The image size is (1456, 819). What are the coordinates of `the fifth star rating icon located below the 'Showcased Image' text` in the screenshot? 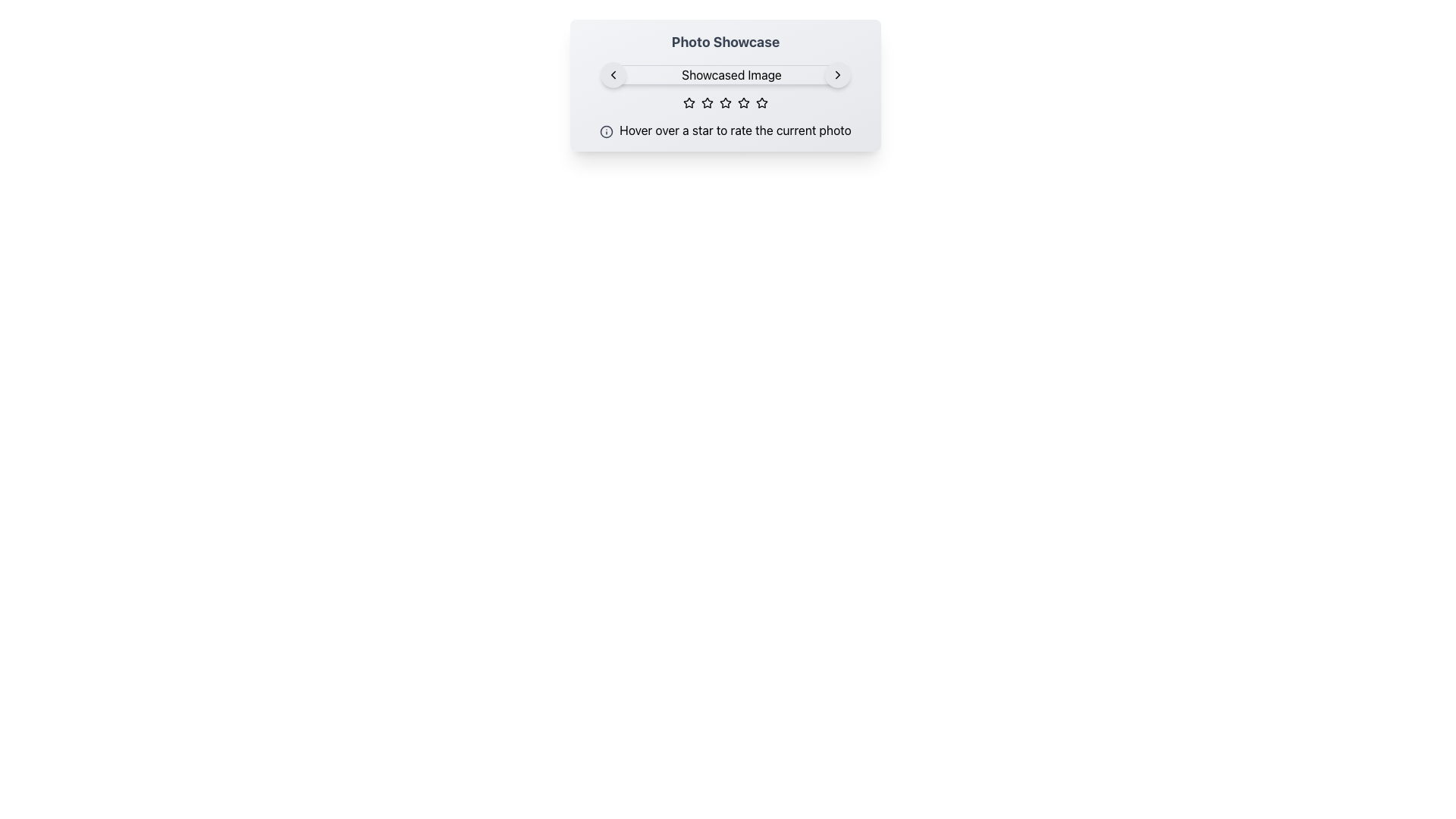 It's located at (761, 102).